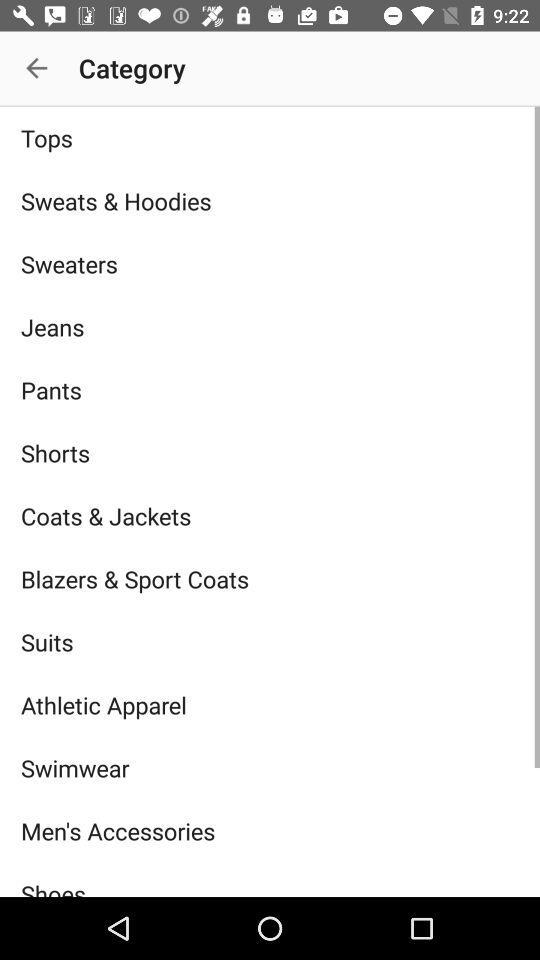 The height and width of the screenshot is (960, 540). I want to click on the shoes icon, so click(270, 878).